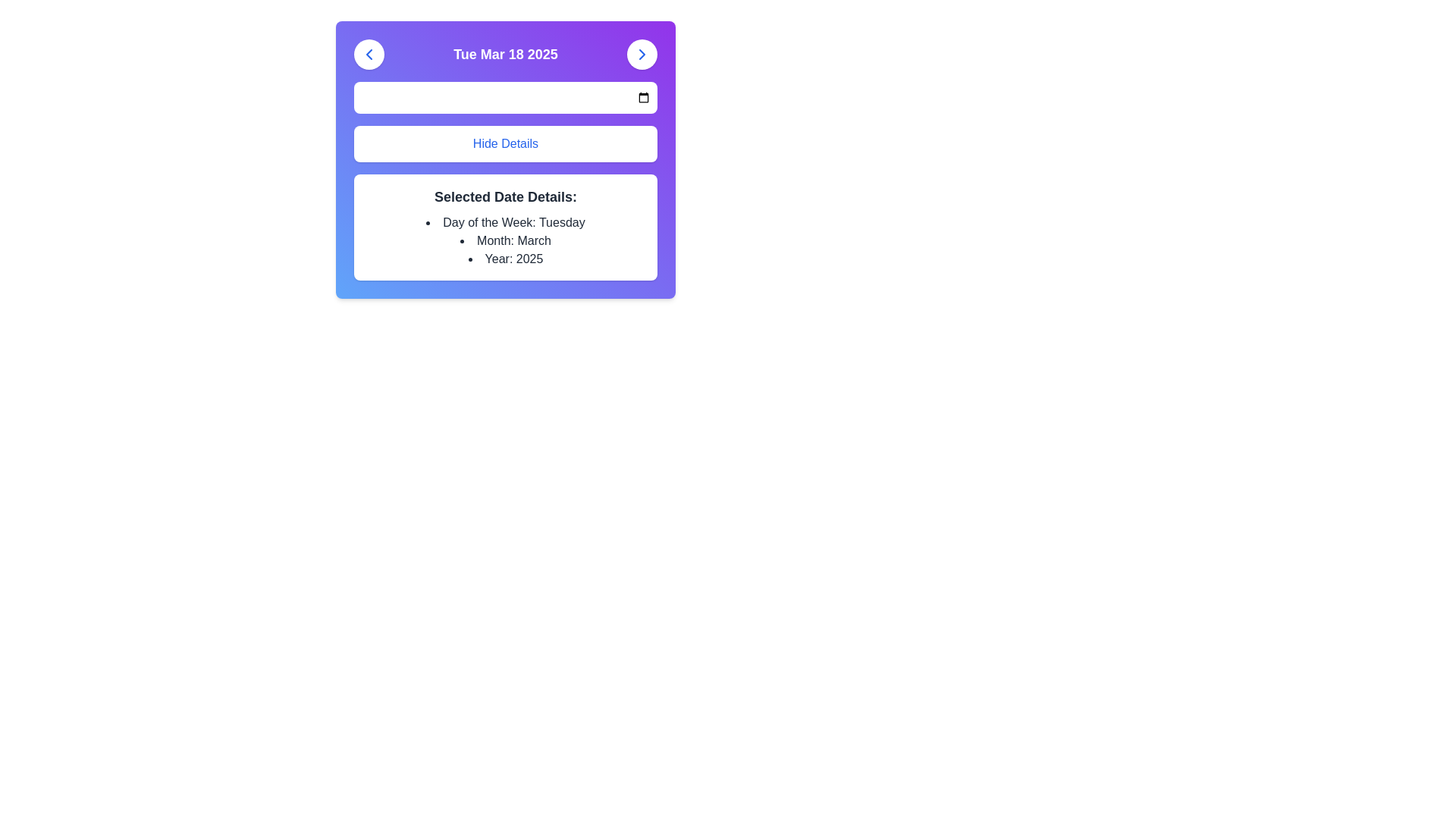 Image resolution: width=1456 pixels, height=819 pixels. What do you see at coordinates (506, 160) in the screenshot?
I see `the second button in the vertical stack that hides additional information related to the selected date, located below the date header` at bounding box center [506, 160].